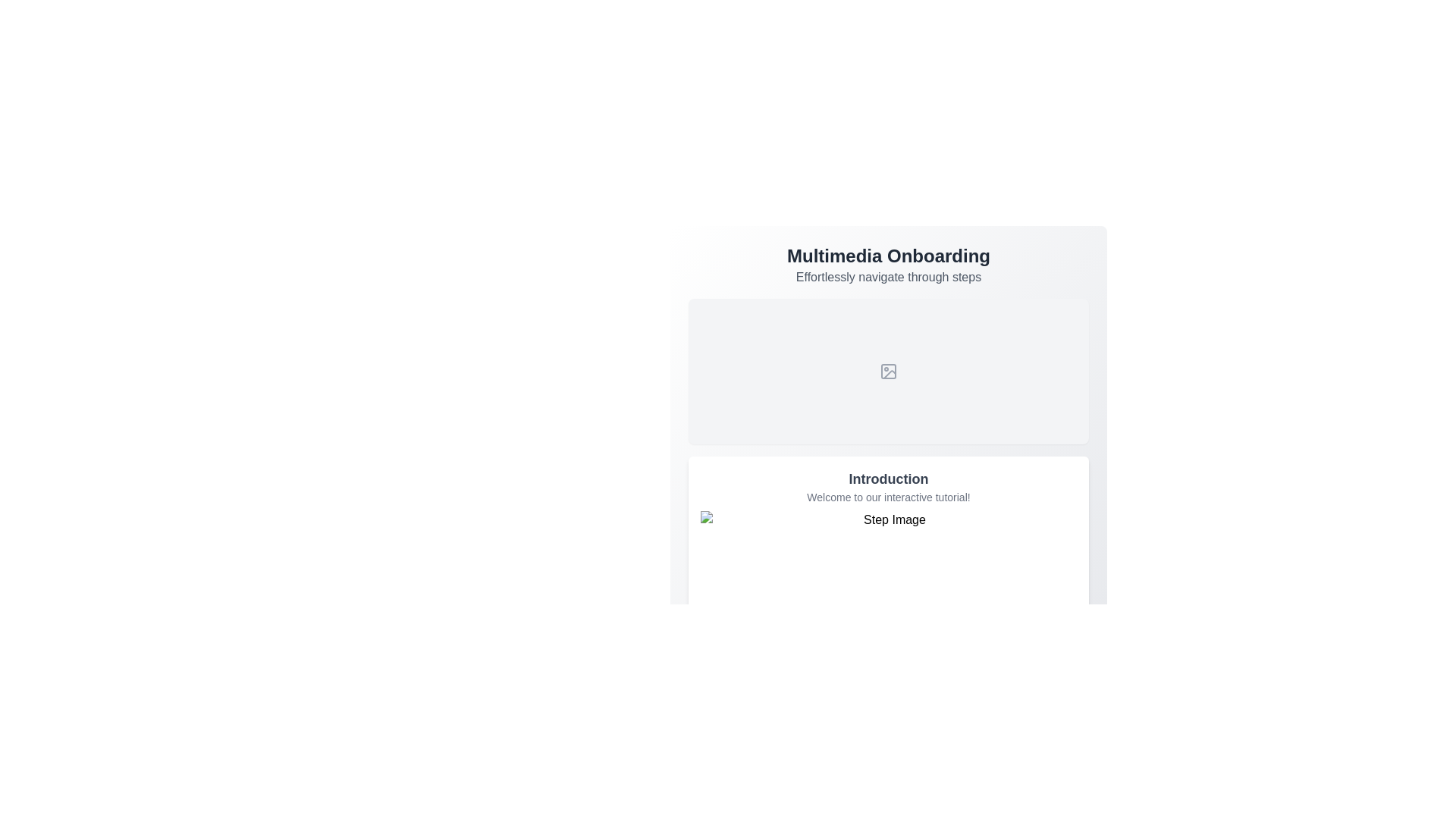 Image resolution: width=1456 pixels, height=819 pixels. I want to click on muted text content that says 'Welcome to our interactive tutorial!', which is located beneath the 'Introduction' heading, so click(888, 497).